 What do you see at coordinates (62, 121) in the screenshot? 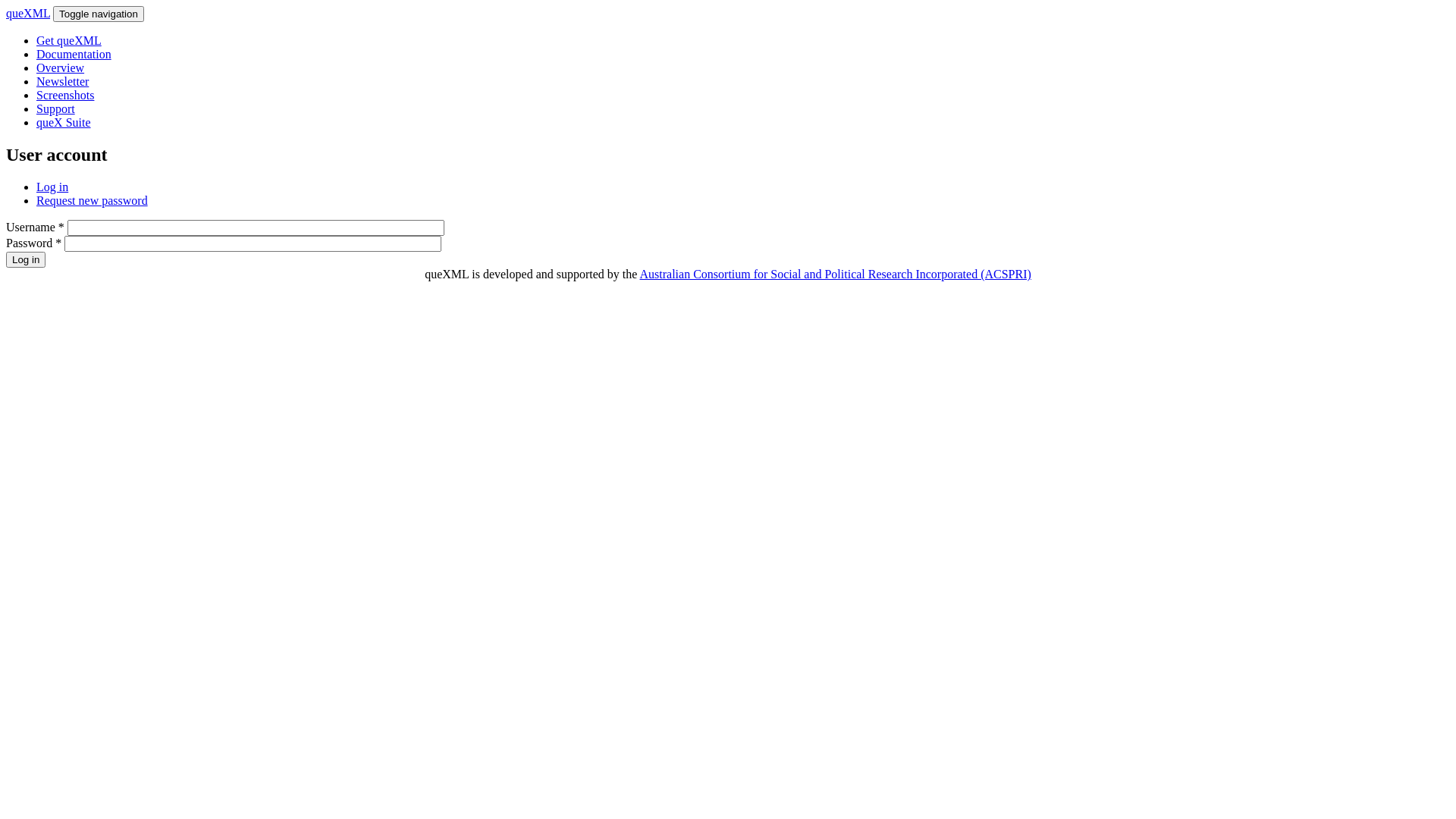
I see `'queX Suite'` at bounding box center [62, 121].